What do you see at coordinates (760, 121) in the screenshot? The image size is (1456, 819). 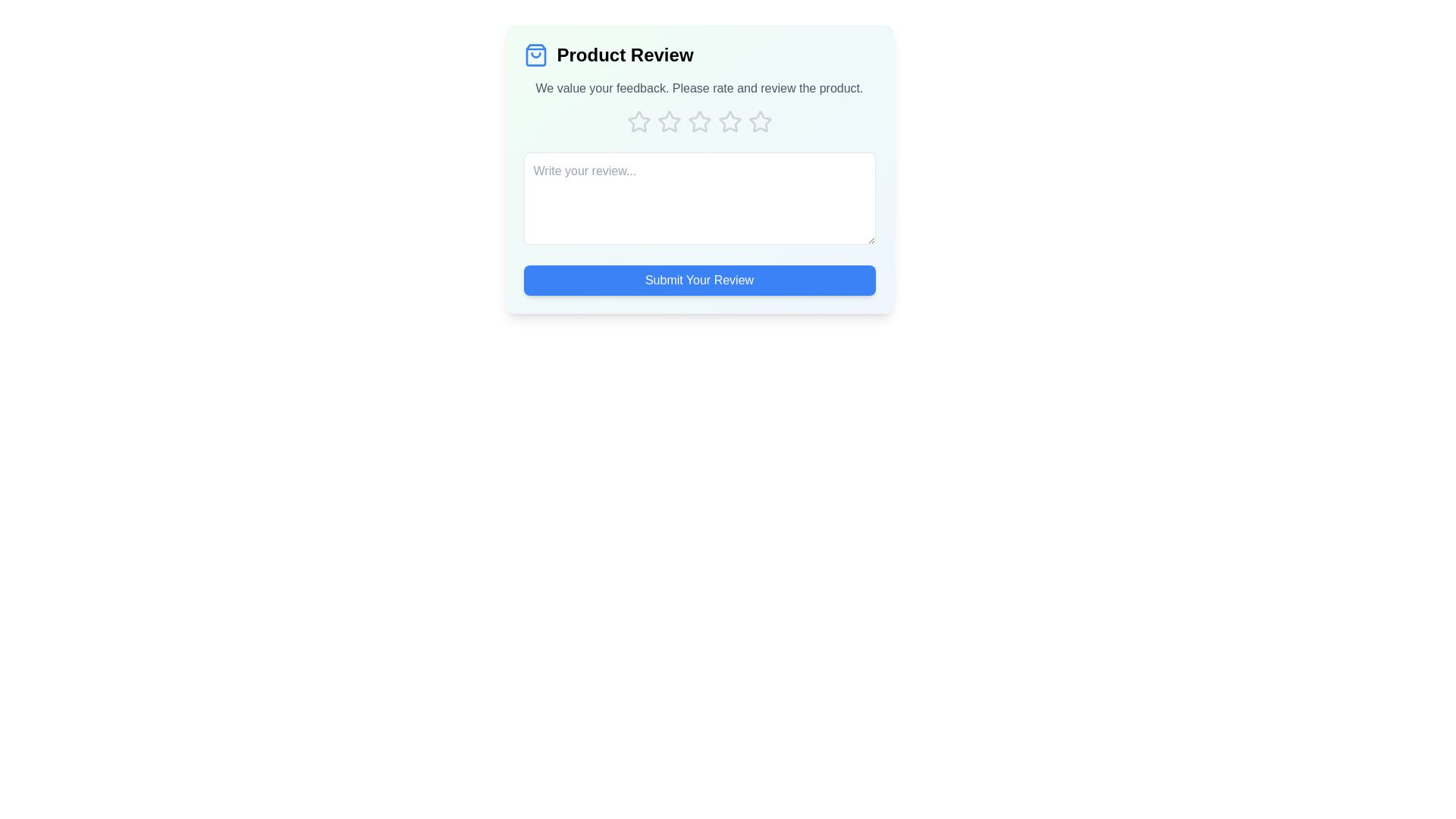 I see `the fifth star icon in the rating system to scale it up and highlight it` at bounding box center [760, 121].